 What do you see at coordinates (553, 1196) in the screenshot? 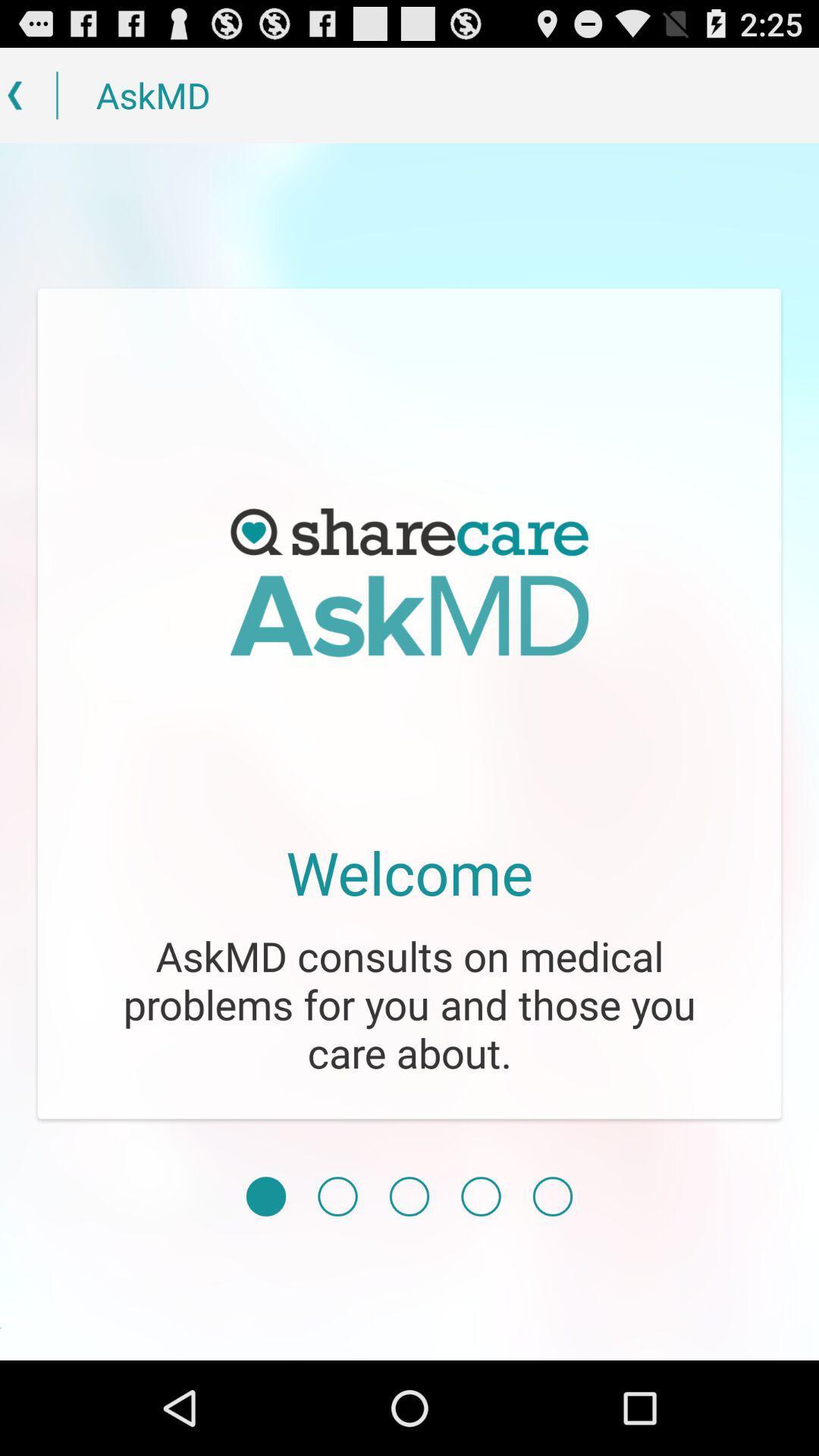
I see `displays an image in the photo set corresponding to the option placement` at bounding box center [553, 1196].